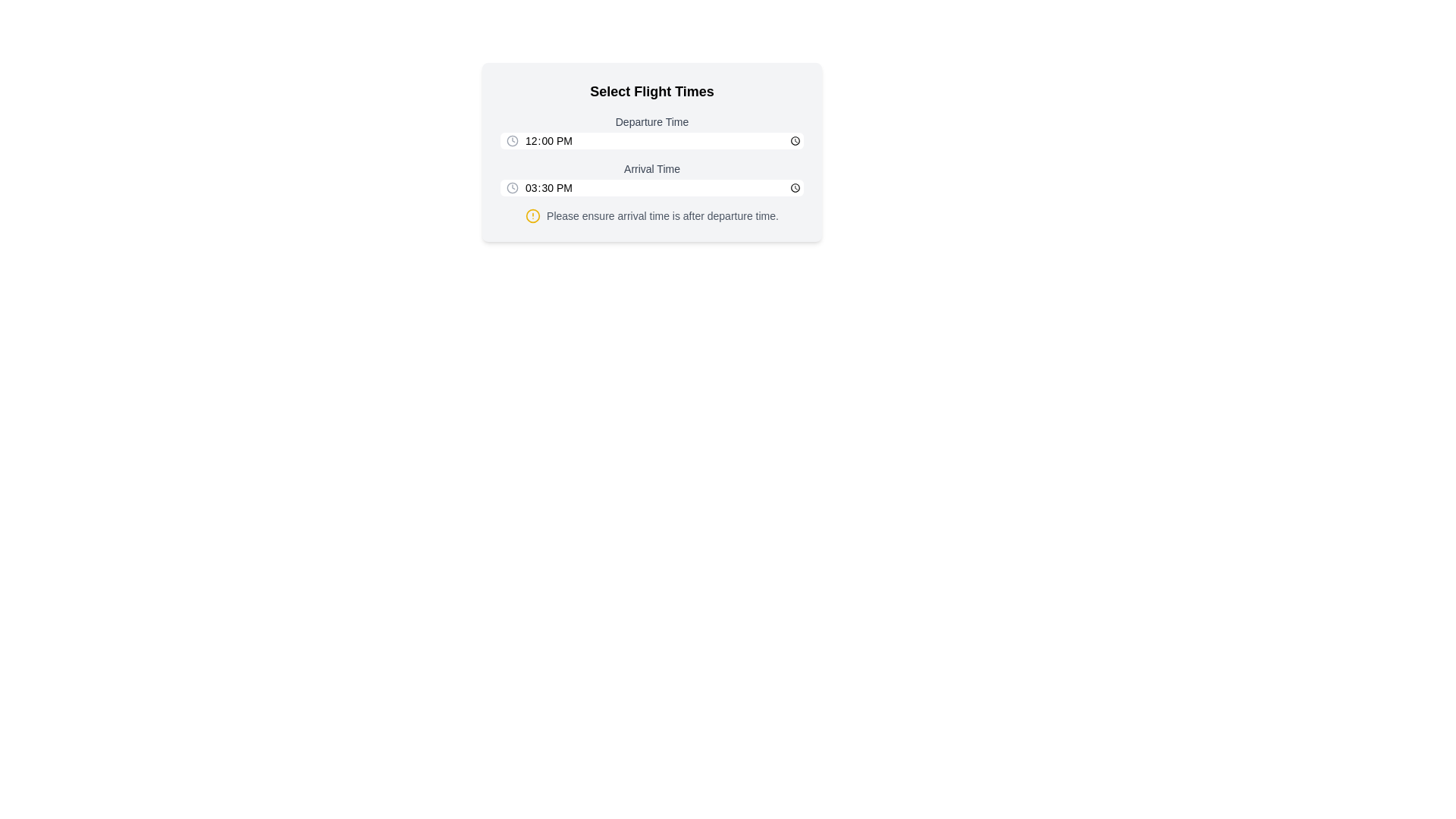  Describe the element at coordinates (533, 216) in the screenshot. I see `the circular graphical alert icon with a yellow circle outline, located in the lower part of the flight selection form before the warning text 'Please ensure arrival time is after departure time'` at that location.